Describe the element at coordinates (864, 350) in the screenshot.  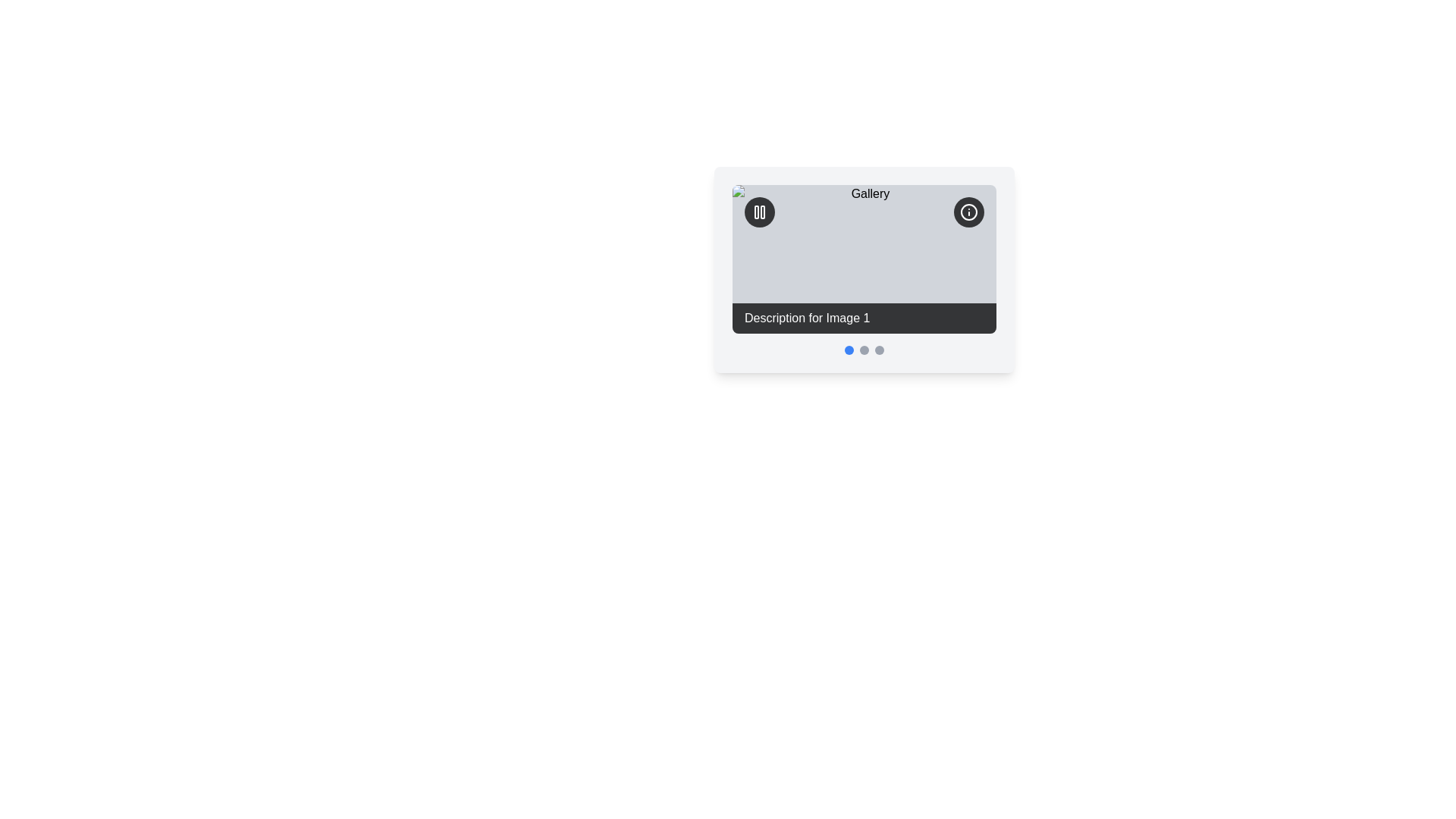
I see `the third navigation dot located beneath the 'Description for Image 1' bar` at that location.